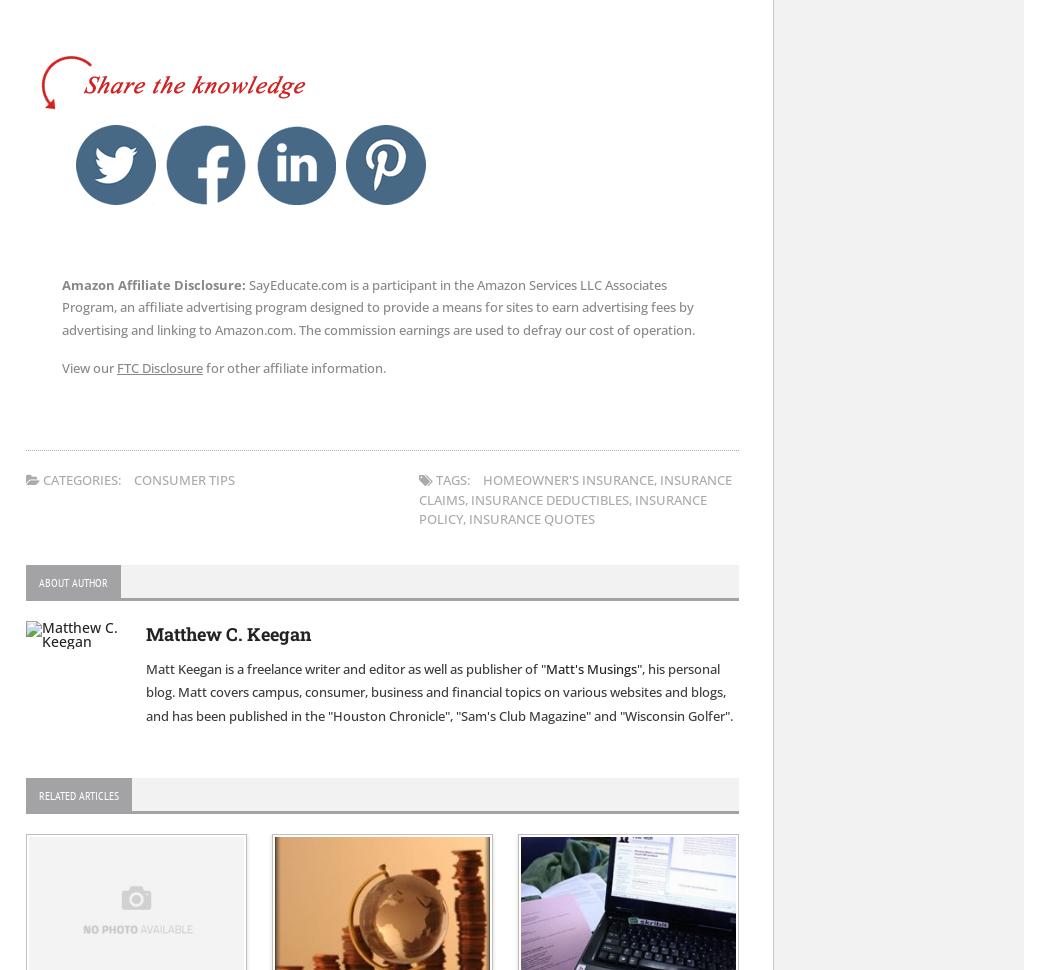 The width and height of the screenshot is (1050, 970). Describe the element at coordinates (144, 667) in the screenshot. I see `'Matt Keegan is a freelance writer and editor as well as publisher of "'` at that location.